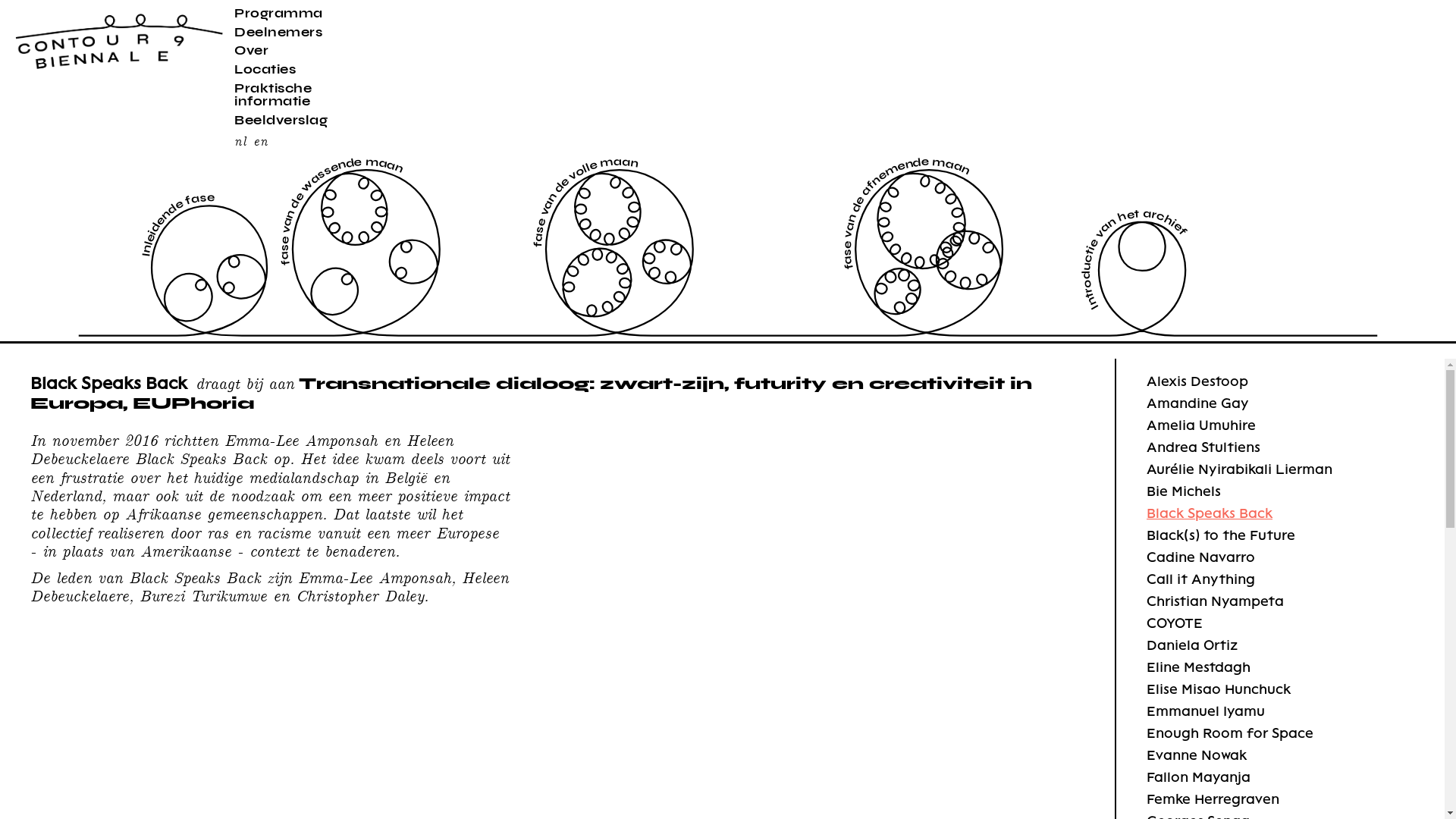 This screenshot has height=819, width=1456. Describe the element at coordinates (1174, 623) in the screenshot. I see `'COYOTE'` at that location.